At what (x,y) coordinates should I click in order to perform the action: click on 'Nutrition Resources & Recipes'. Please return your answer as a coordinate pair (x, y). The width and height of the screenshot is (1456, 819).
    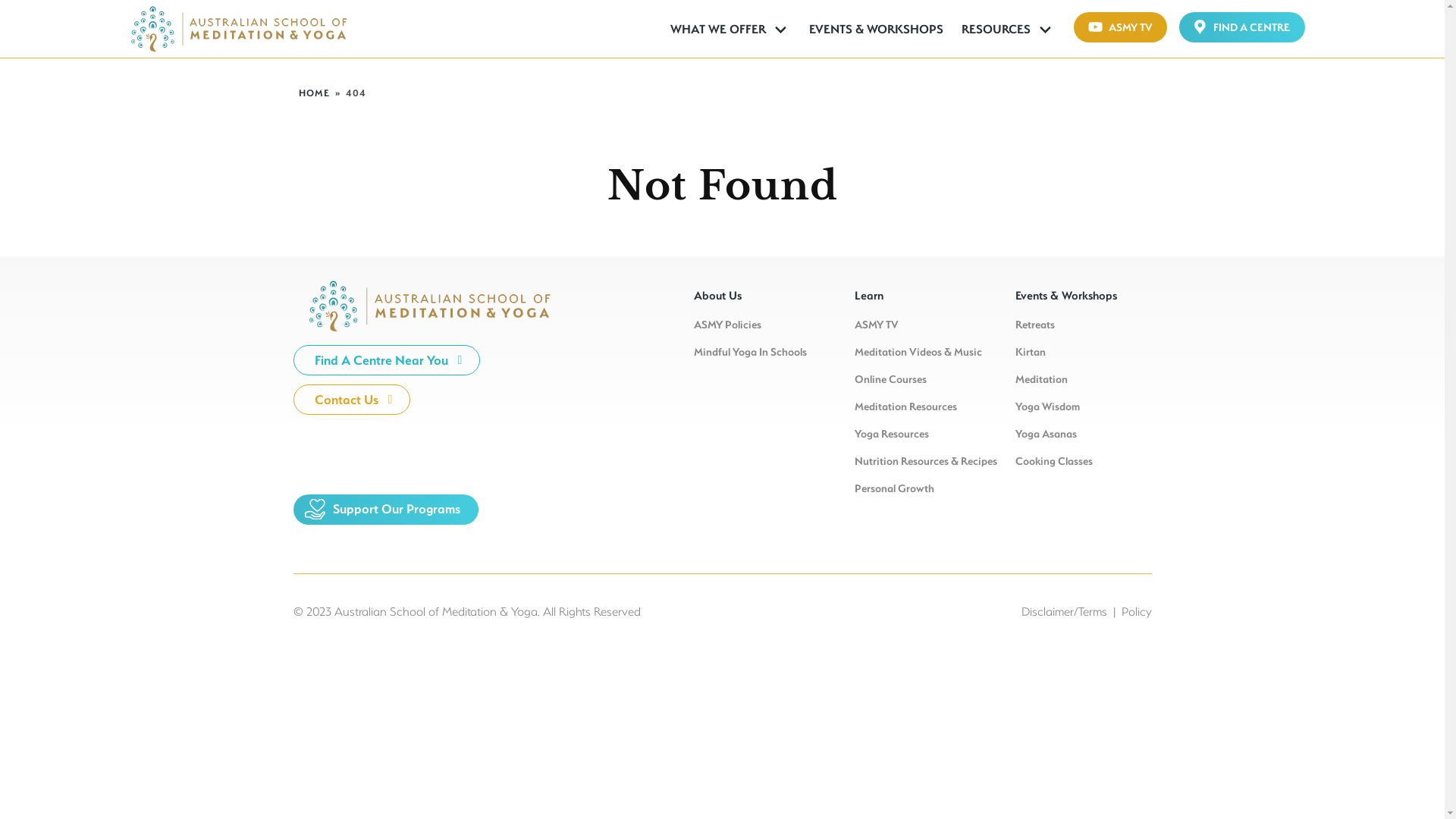
    Looking at the image, I should click on (924, 460).